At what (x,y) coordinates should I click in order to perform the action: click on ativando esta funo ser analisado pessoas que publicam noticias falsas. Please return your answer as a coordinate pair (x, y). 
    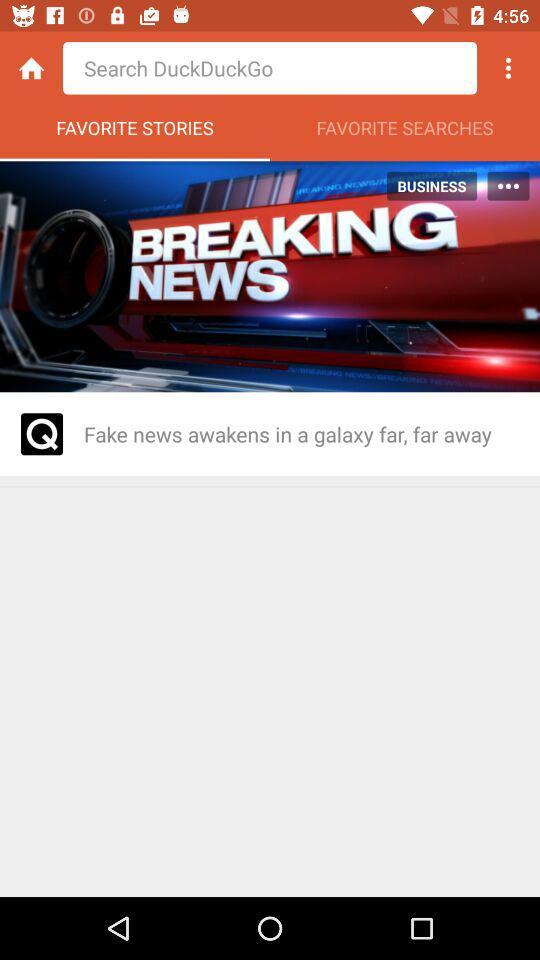
    Looking at the image, I should click on (42, 434).